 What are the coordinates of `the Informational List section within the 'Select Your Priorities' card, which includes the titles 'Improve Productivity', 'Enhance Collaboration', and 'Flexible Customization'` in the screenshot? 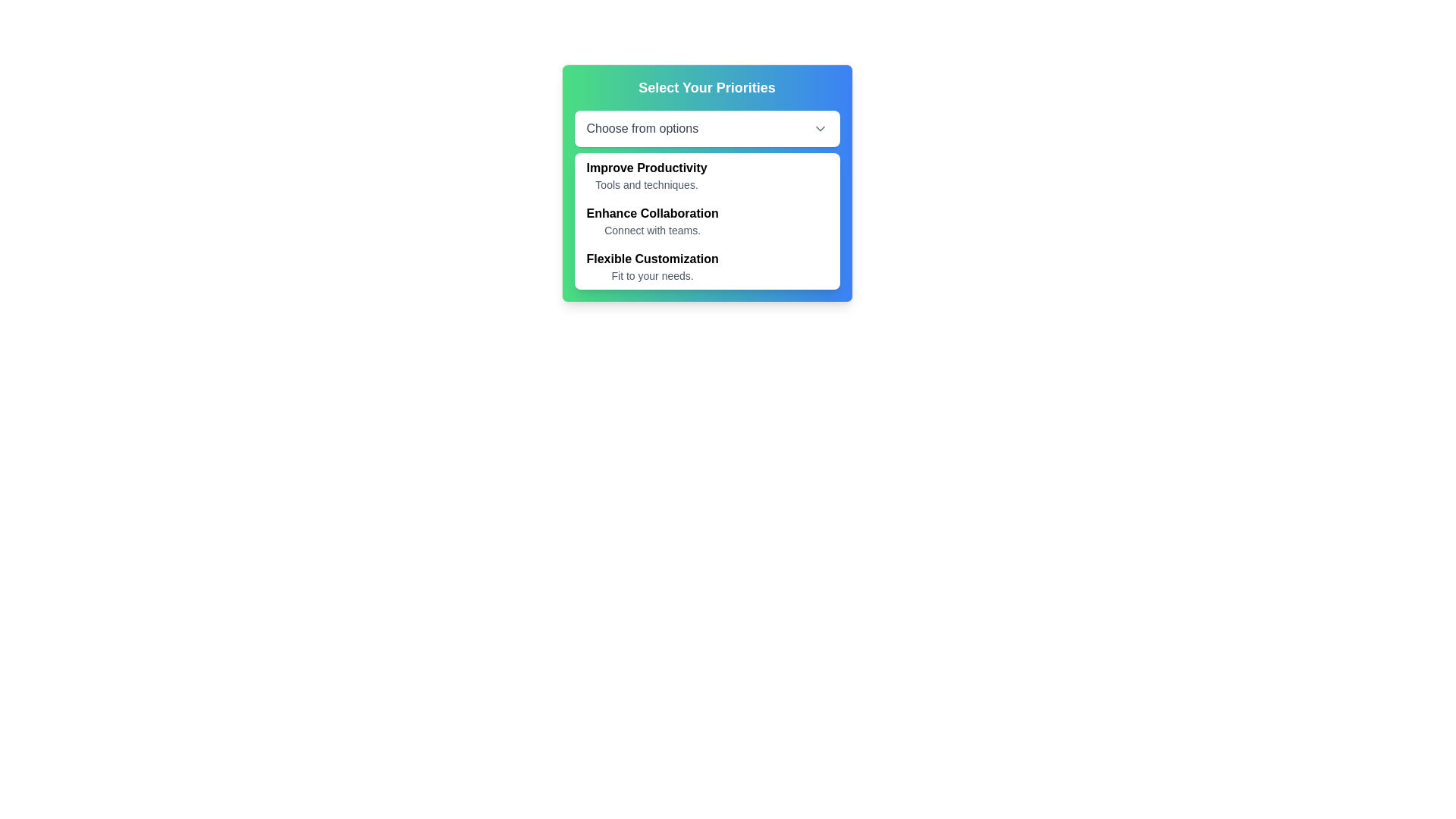 It's located at (706, 221).